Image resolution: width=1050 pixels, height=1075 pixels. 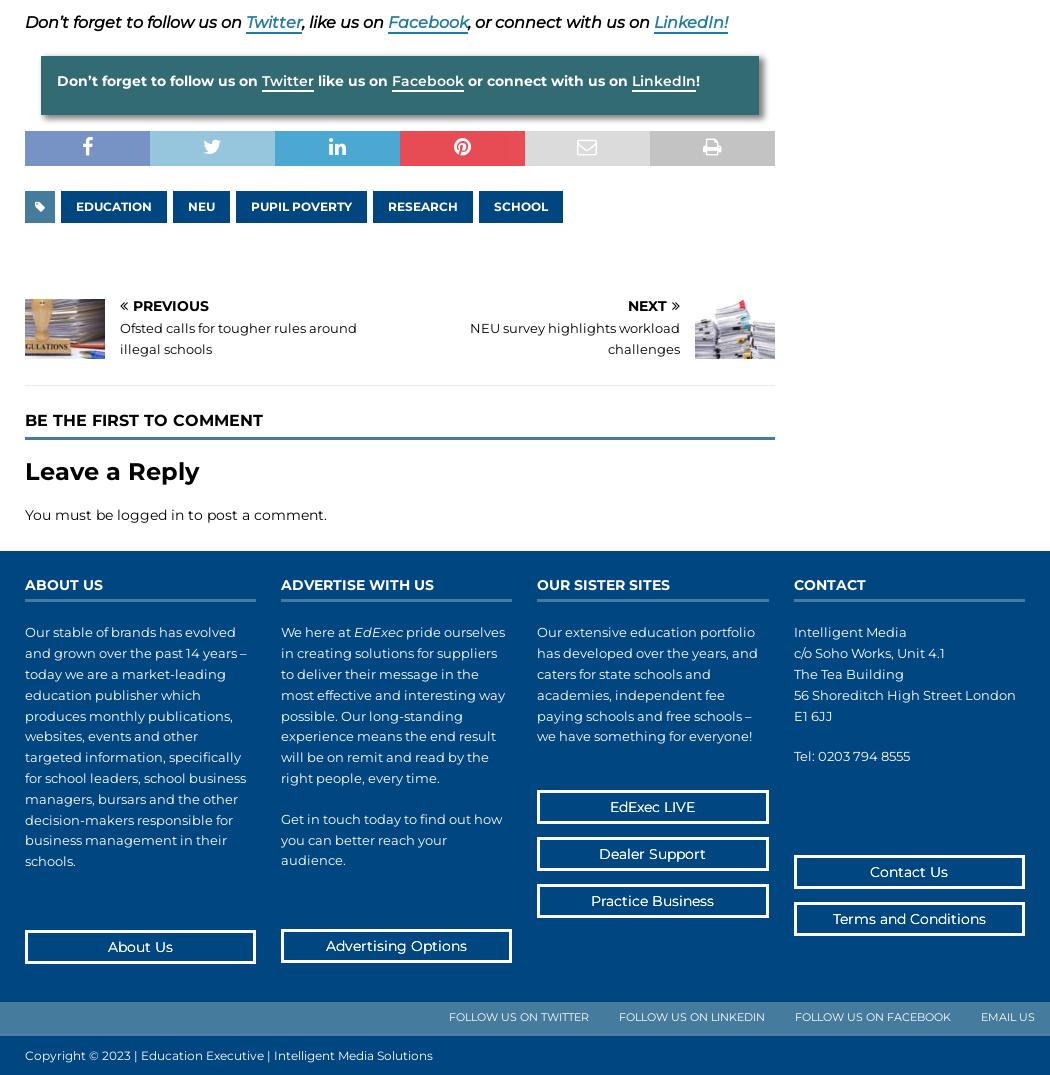 What do you see at coordinates (663, 79) in the screenshot?
I see `'LinkedIn'` at bounding box center [663, 79].